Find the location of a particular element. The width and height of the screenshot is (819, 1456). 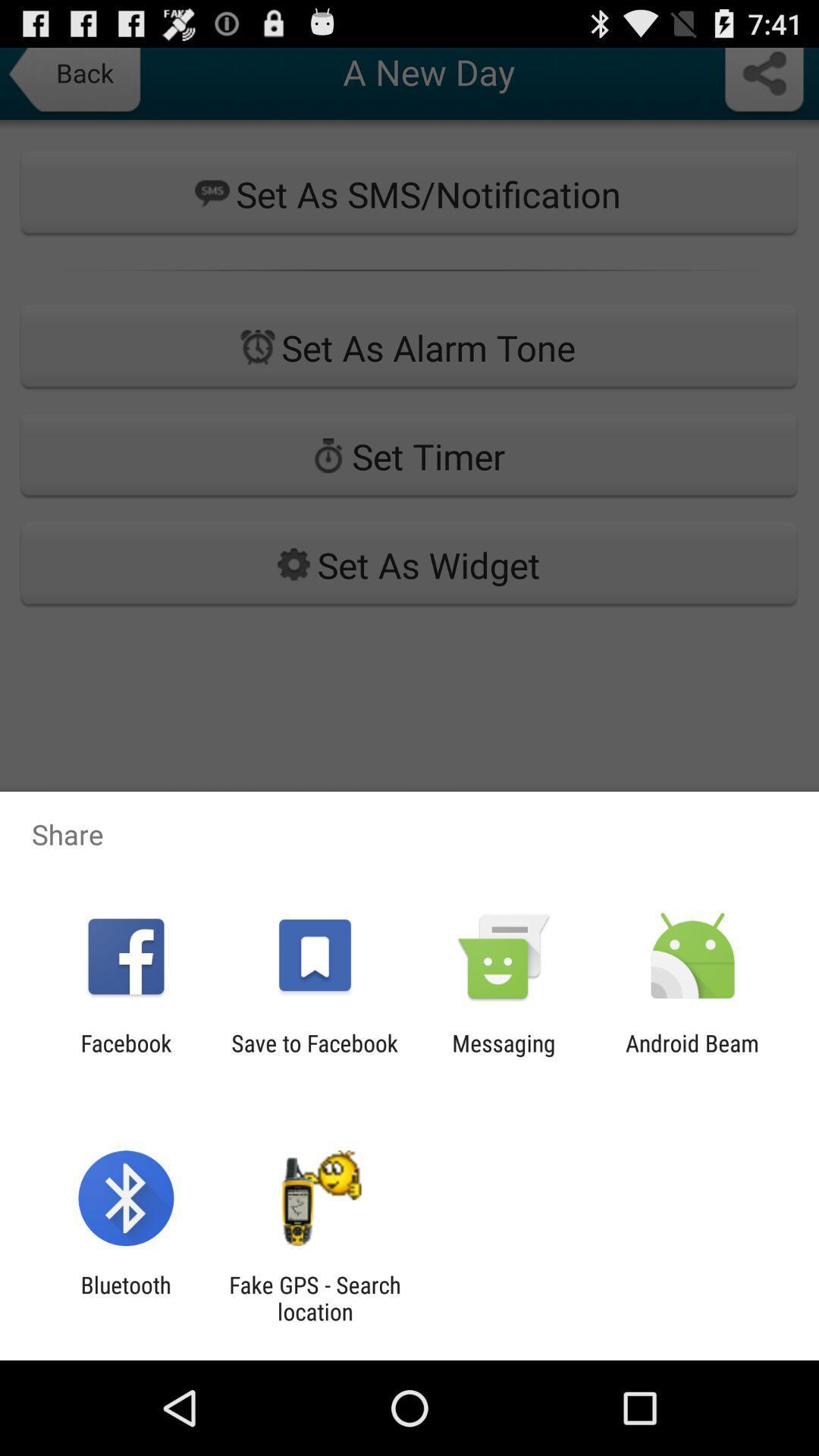

the item next to messaging is located at coordinates (692, 1056).